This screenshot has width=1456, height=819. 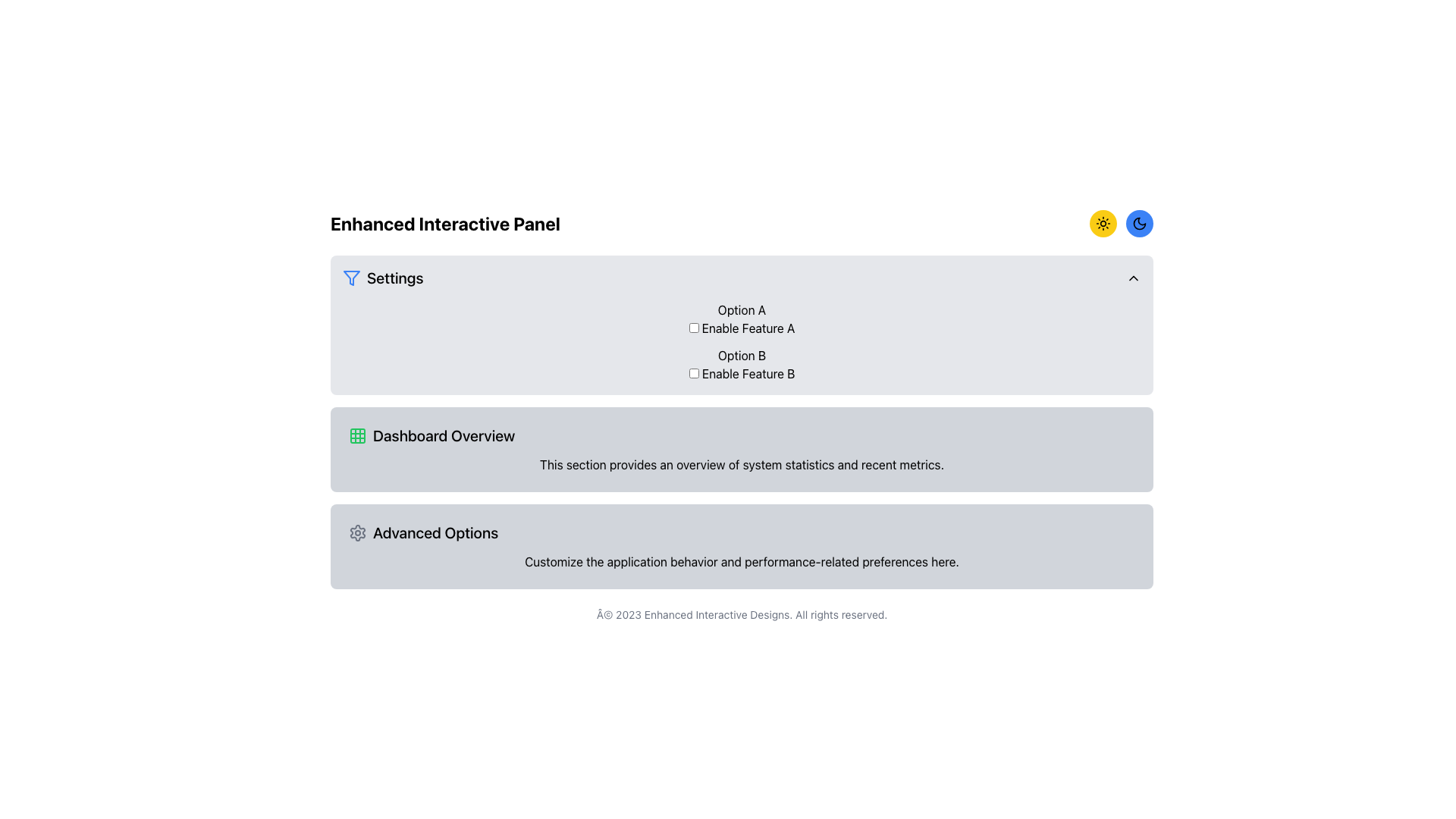 I want to click on the green-bordered square icon filled with a grid-like pattern, located to the far left of the 'Dashboard Overview' header panel, so click(x=356, y=435).